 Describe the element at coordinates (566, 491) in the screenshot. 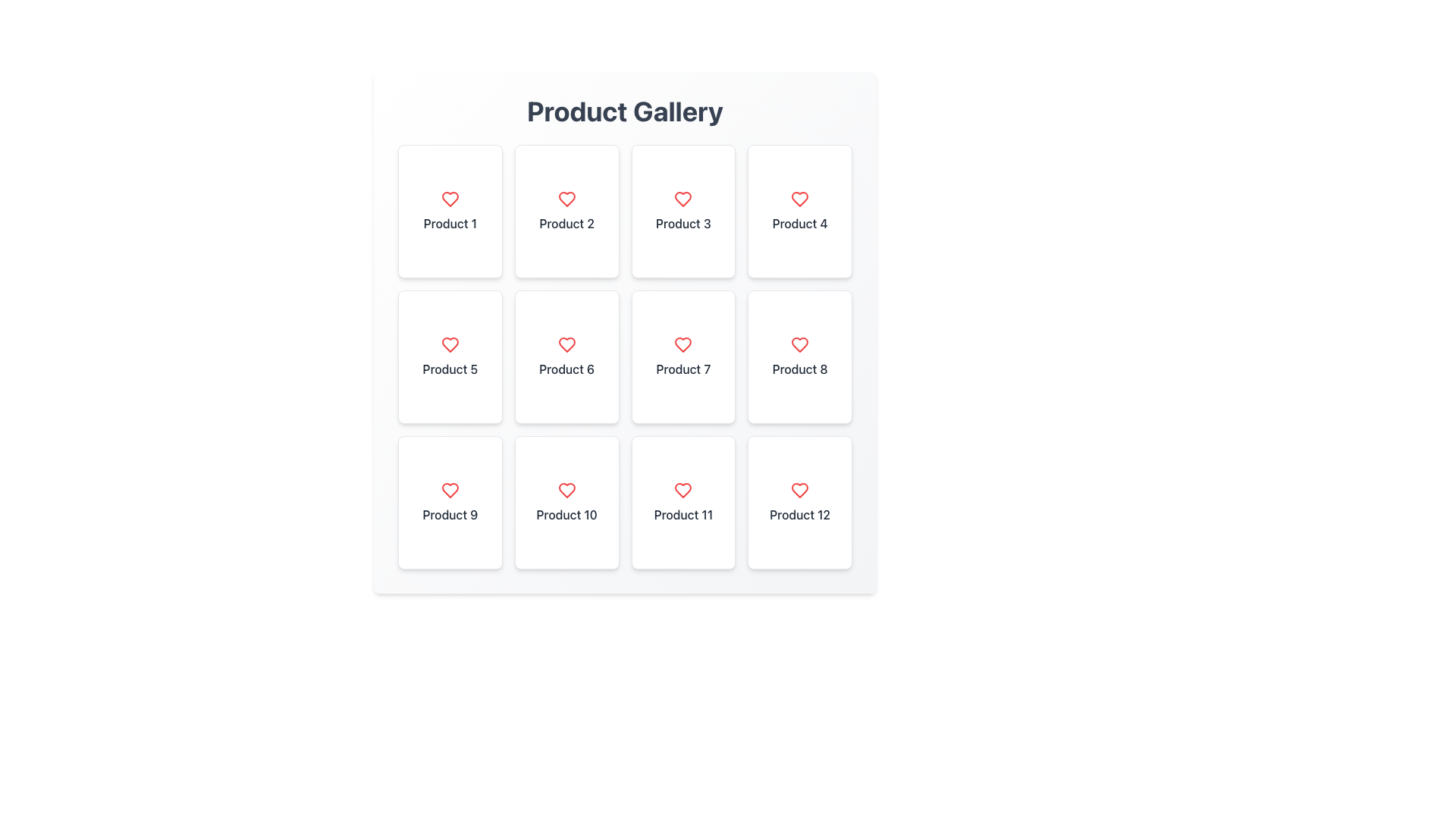

I see `the heart icon` at that location.